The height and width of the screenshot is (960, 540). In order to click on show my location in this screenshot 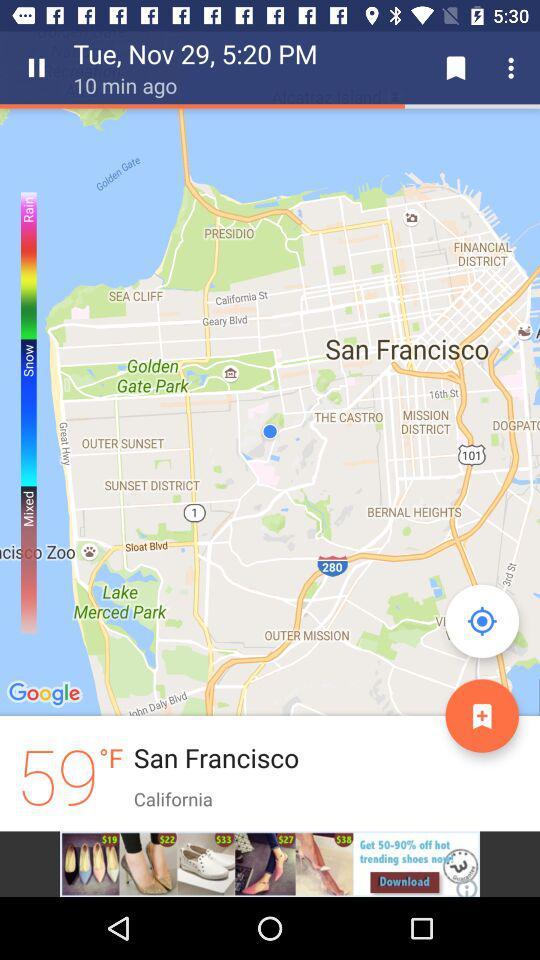, I will do `click(481, 620)`.